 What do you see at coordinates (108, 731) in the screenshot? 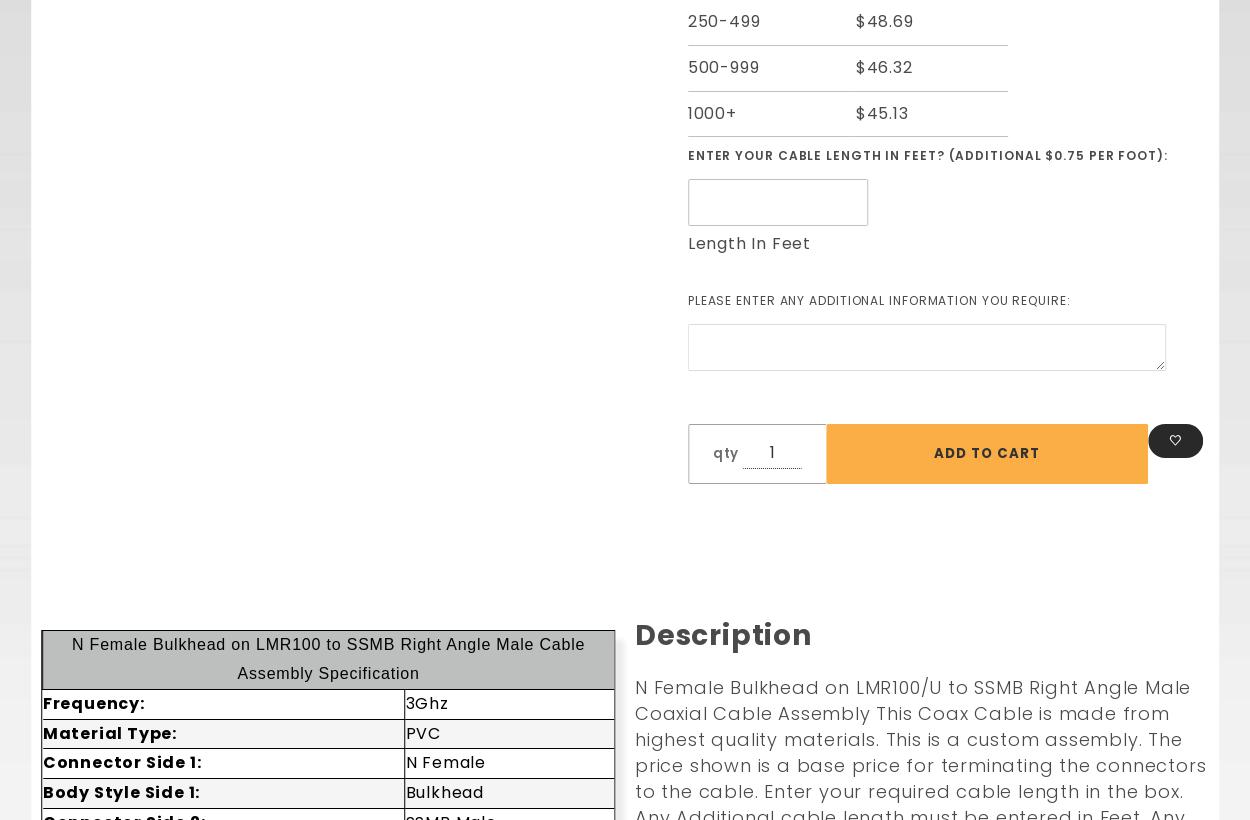
I see `'Material Type:'` at bounding box center [108, 731].